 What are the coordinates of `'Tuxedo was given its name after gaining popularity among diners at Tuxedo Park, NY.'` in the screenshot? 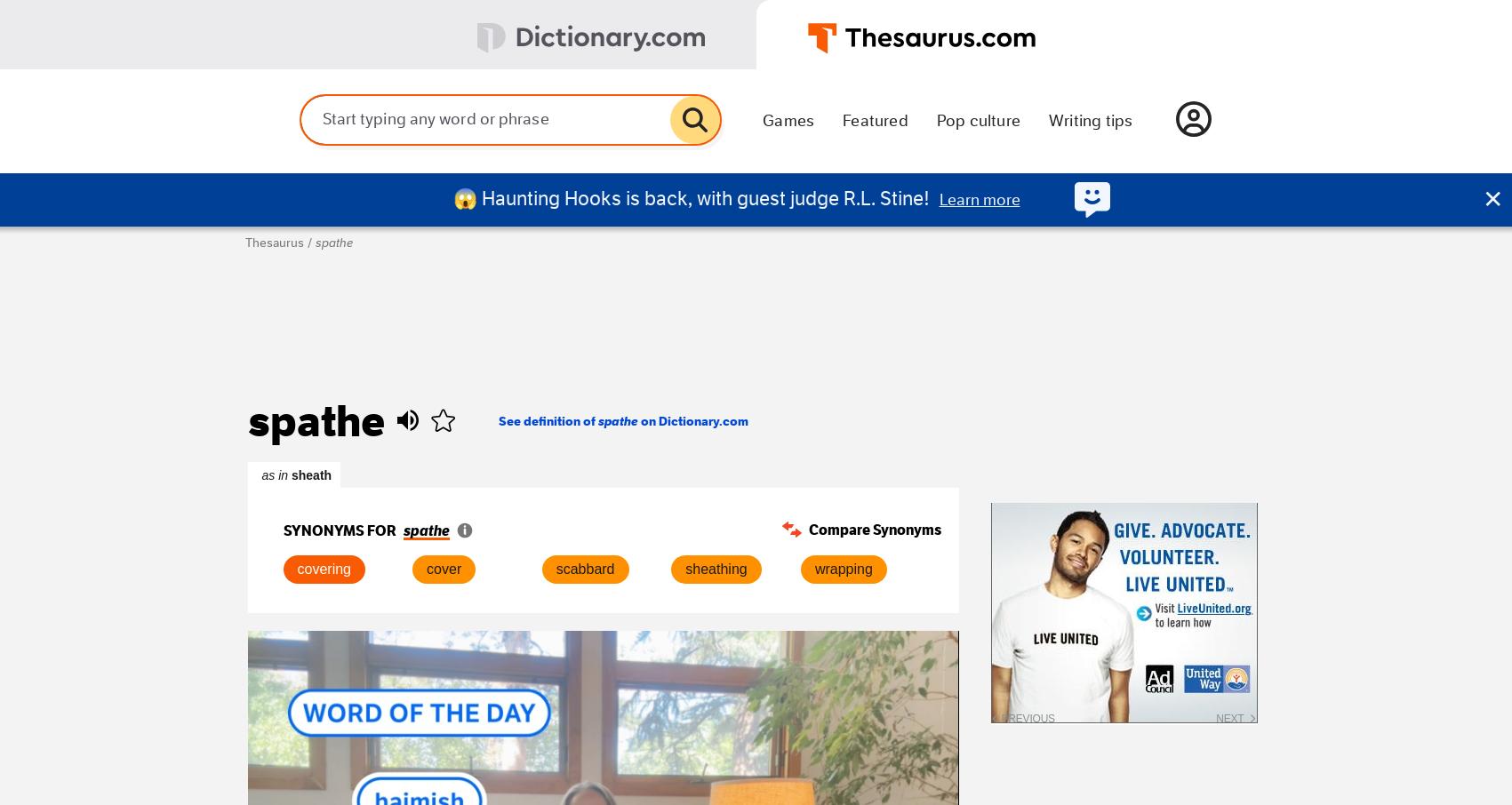 It's located at (1381, 658).